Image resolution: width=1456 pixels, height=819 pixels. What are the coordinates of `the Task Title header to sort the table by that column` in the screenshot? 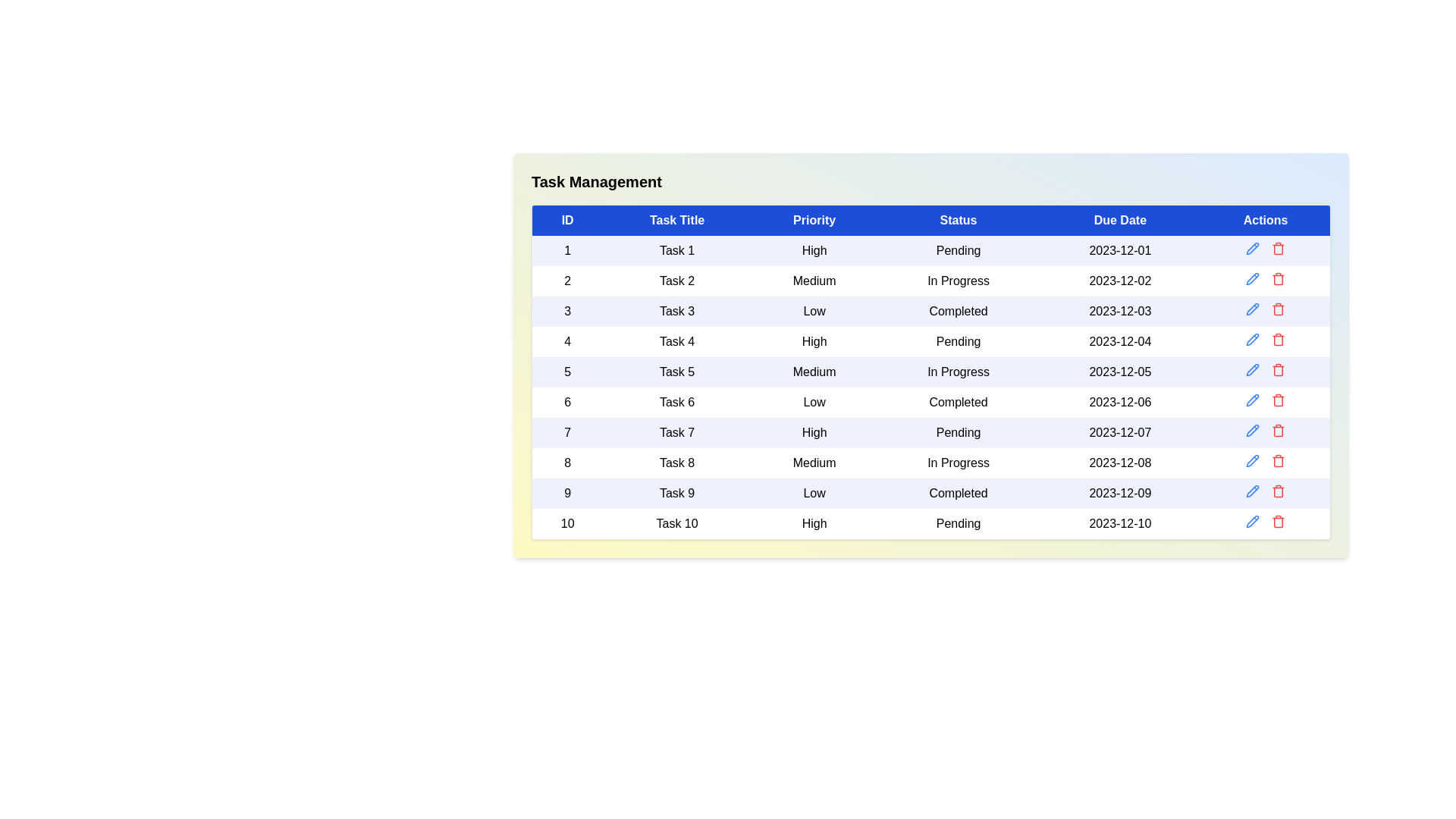 It's located at (676, 220).